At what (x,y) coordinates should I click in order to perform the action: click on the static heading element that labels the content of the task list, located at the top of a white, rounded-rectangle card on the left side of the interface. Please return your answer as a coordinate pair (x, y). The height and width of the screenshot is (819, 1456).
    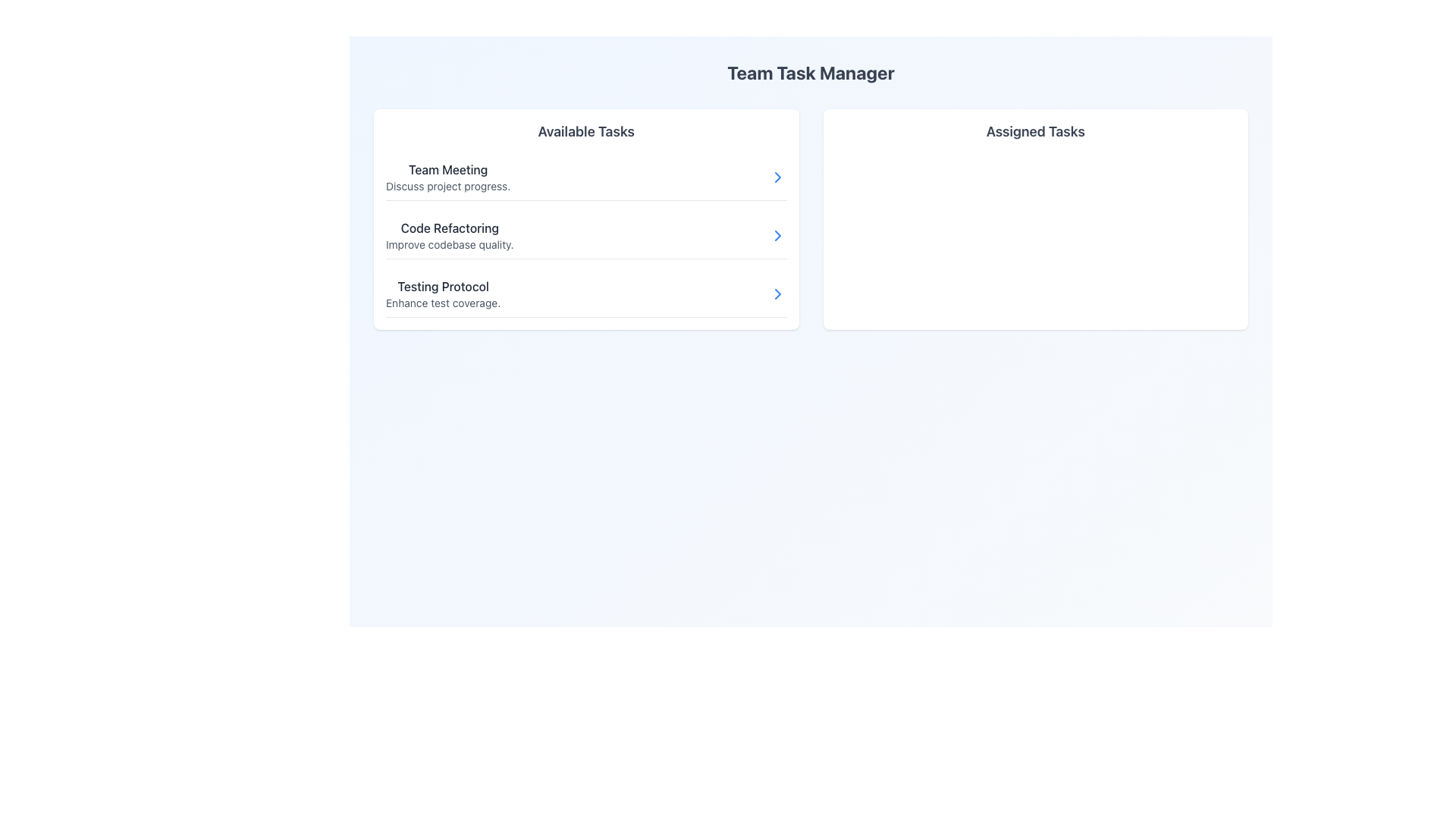
    Looking at the image, I should click on (585, 130).